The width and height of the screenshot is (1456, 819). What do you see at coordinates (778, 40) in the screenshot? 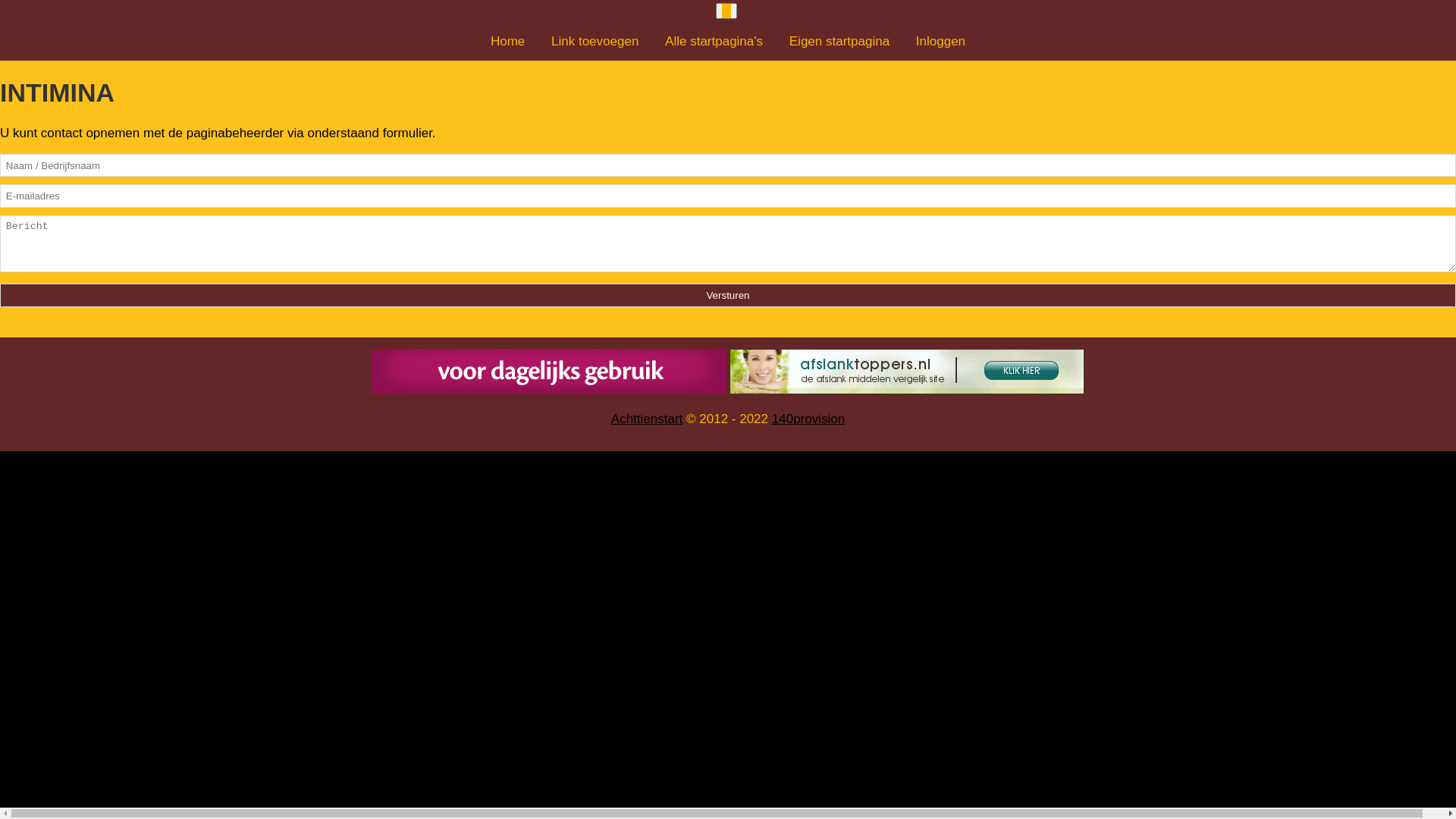
I see `'Eigen startpagina'` at bounding box center [778, 40].